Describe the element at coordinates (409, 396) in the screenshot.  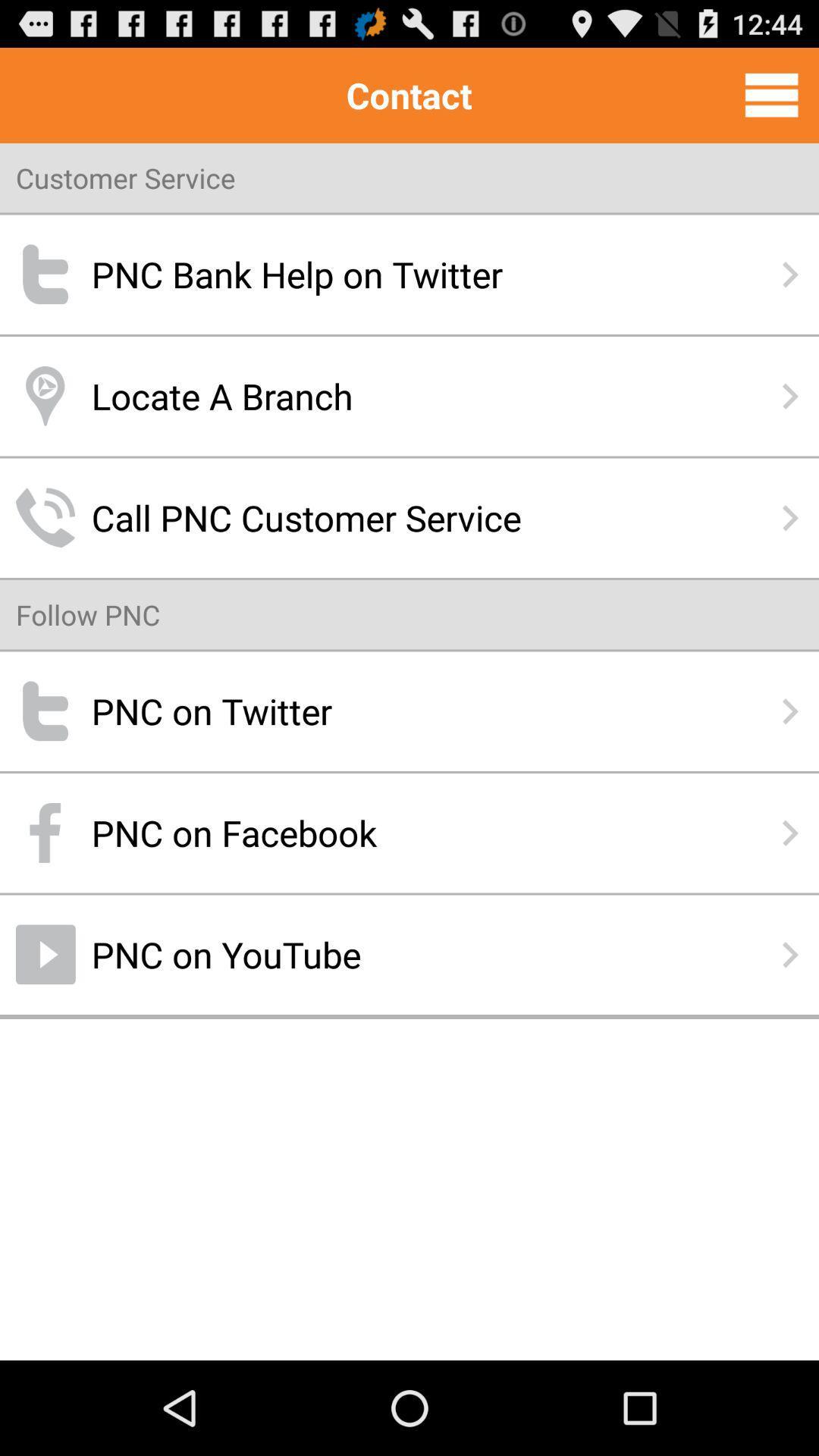
I see `the icon below the pnc bank help item` at that location.